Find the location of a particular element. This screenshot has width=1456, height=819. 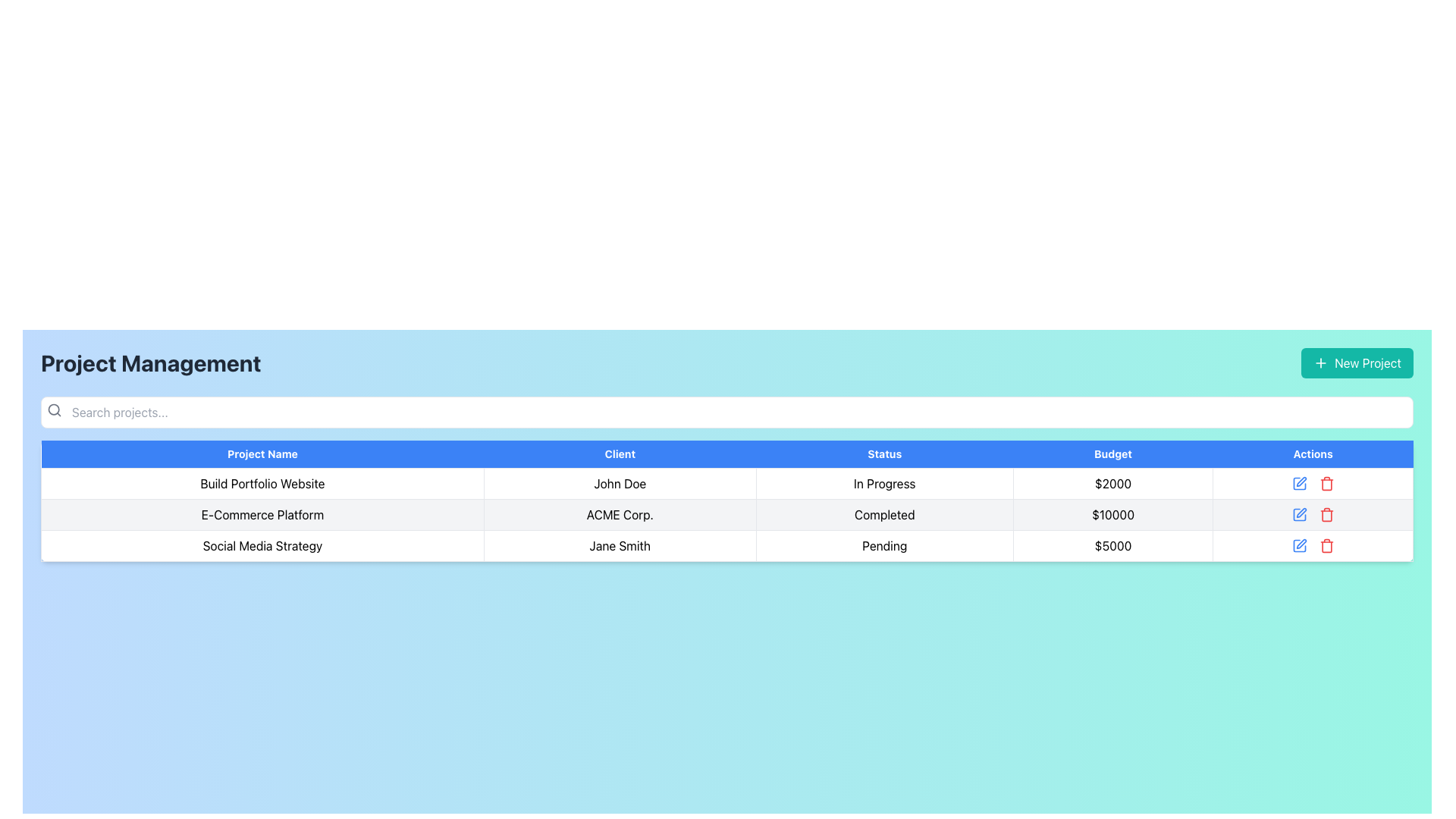

the deletion button icon located in the last row of the 'Actions' column of the table is located at coordinates (1326, 546).